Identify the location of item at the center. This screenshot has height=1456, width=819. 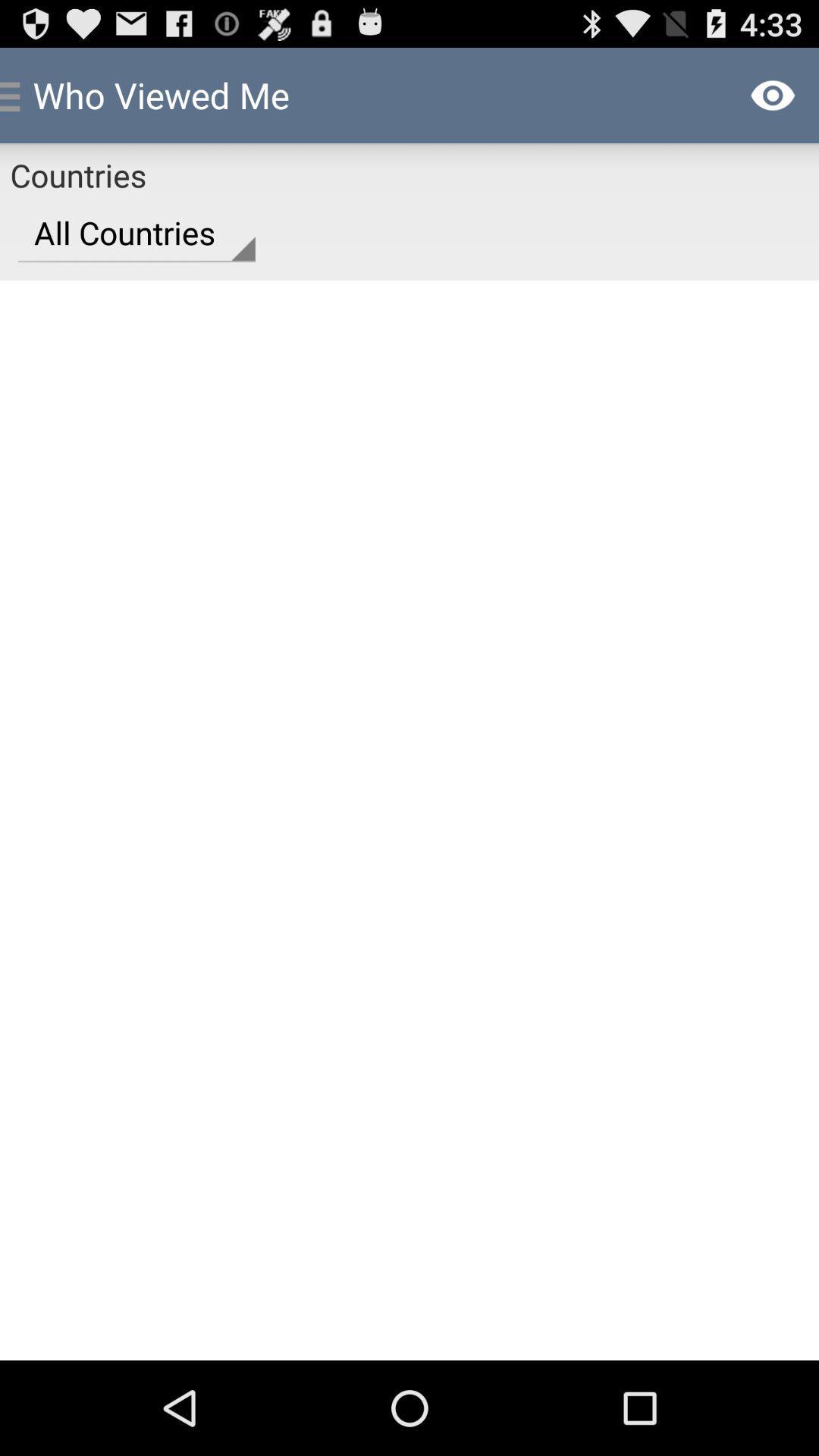
(409, 819).